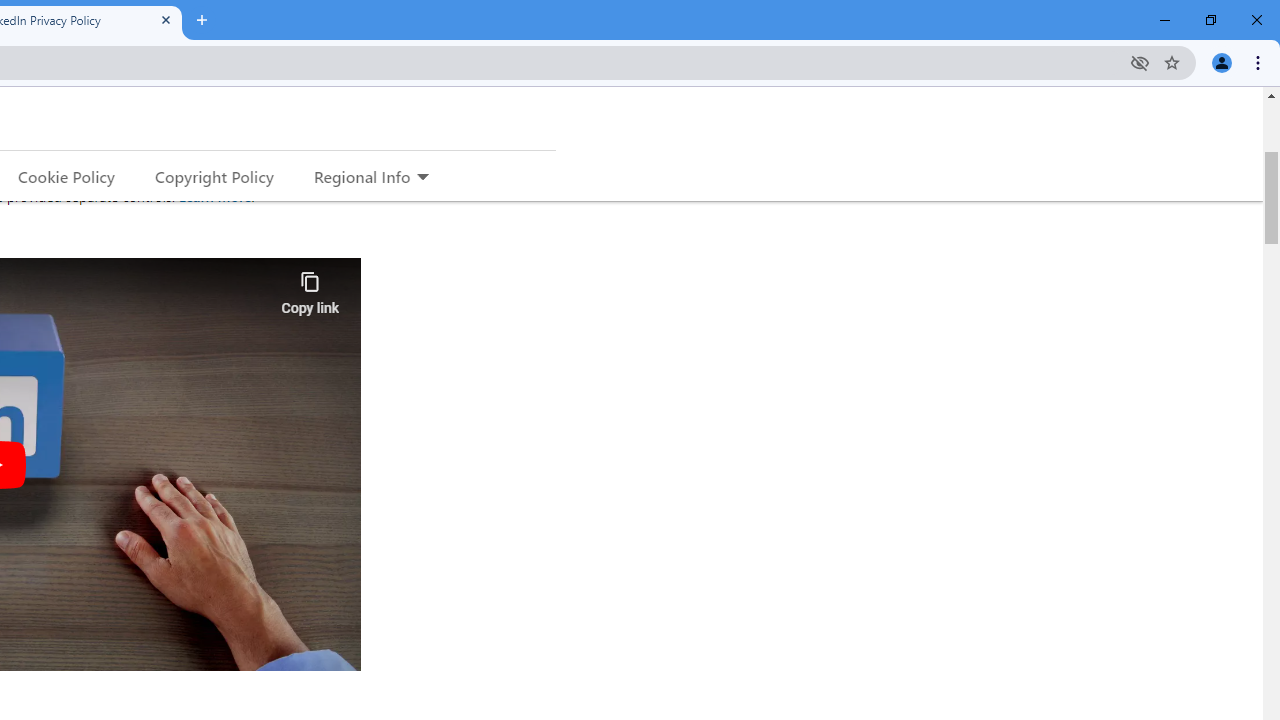 This screenshot has width=1280, height=720. I want to click on 'Copyright Policy', so click(213, 175).